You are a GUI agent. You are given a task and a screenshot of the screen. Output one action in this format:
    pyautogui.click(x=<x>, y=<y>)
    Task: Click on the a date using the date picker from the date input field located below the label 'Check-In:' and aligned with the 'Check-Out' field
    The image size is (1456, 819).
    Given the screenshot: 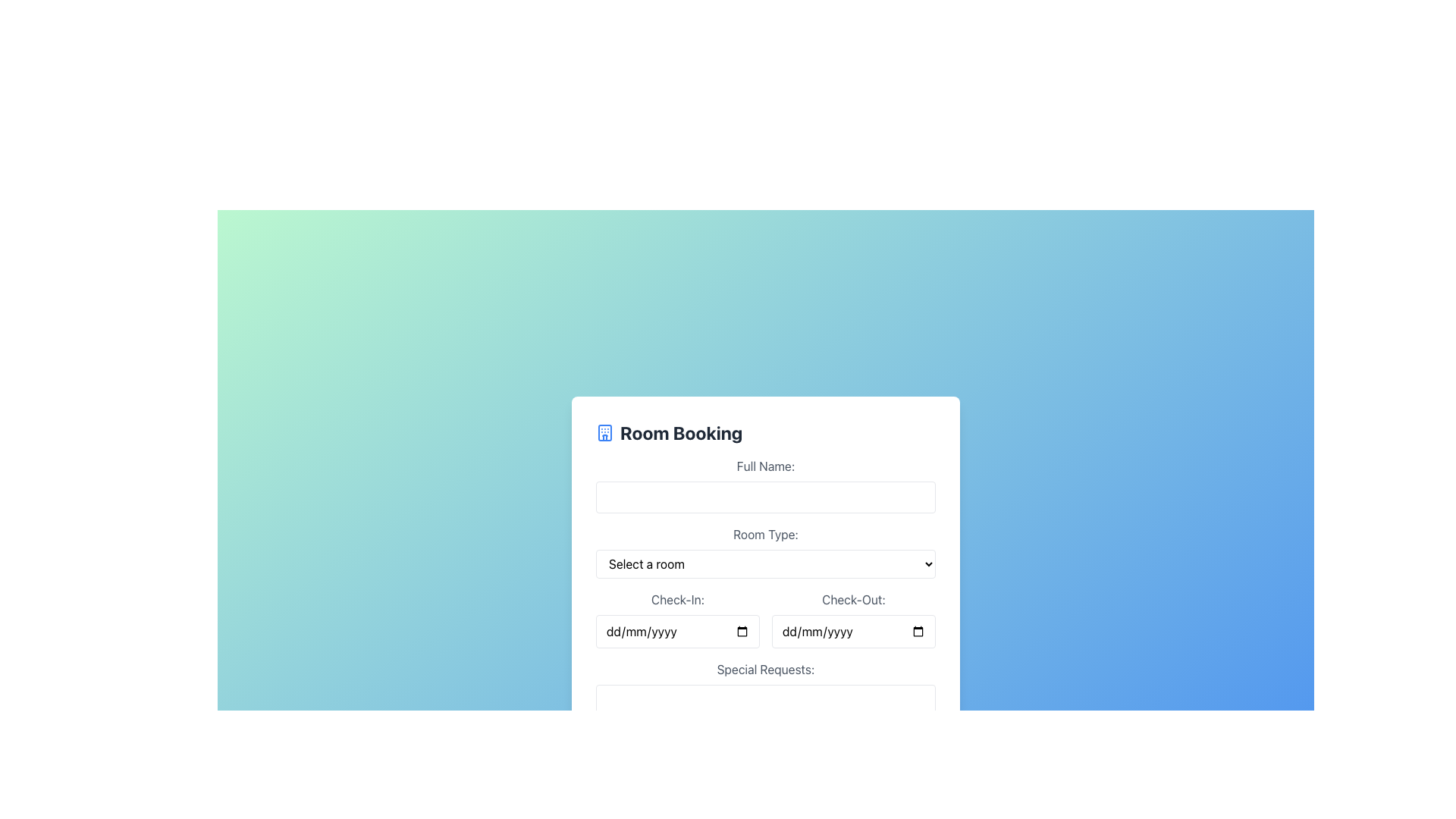 What is the action you would take?
    pyautogui.click(x=676, y=632)
    